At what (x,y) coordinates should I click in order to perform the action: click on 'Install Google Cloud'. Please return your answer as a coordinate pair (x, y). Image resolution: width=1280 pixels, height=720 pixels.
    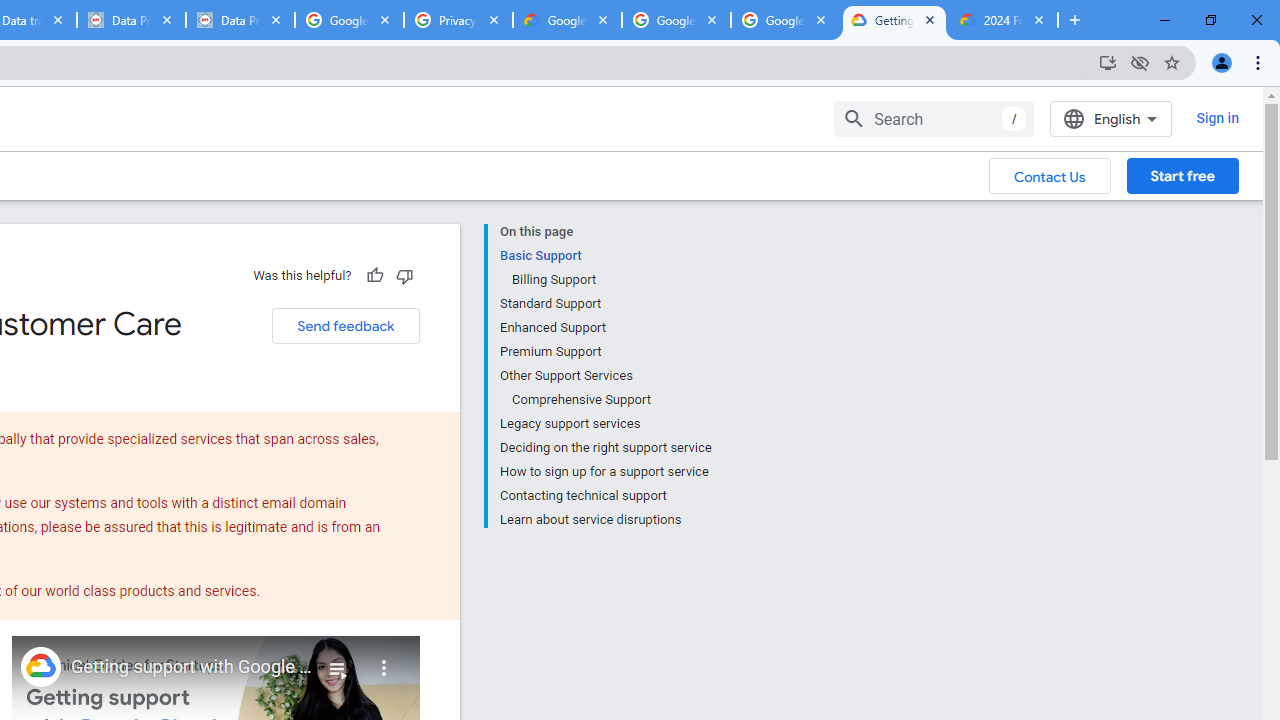
    Looking at the image, I should click on (1106, 61).